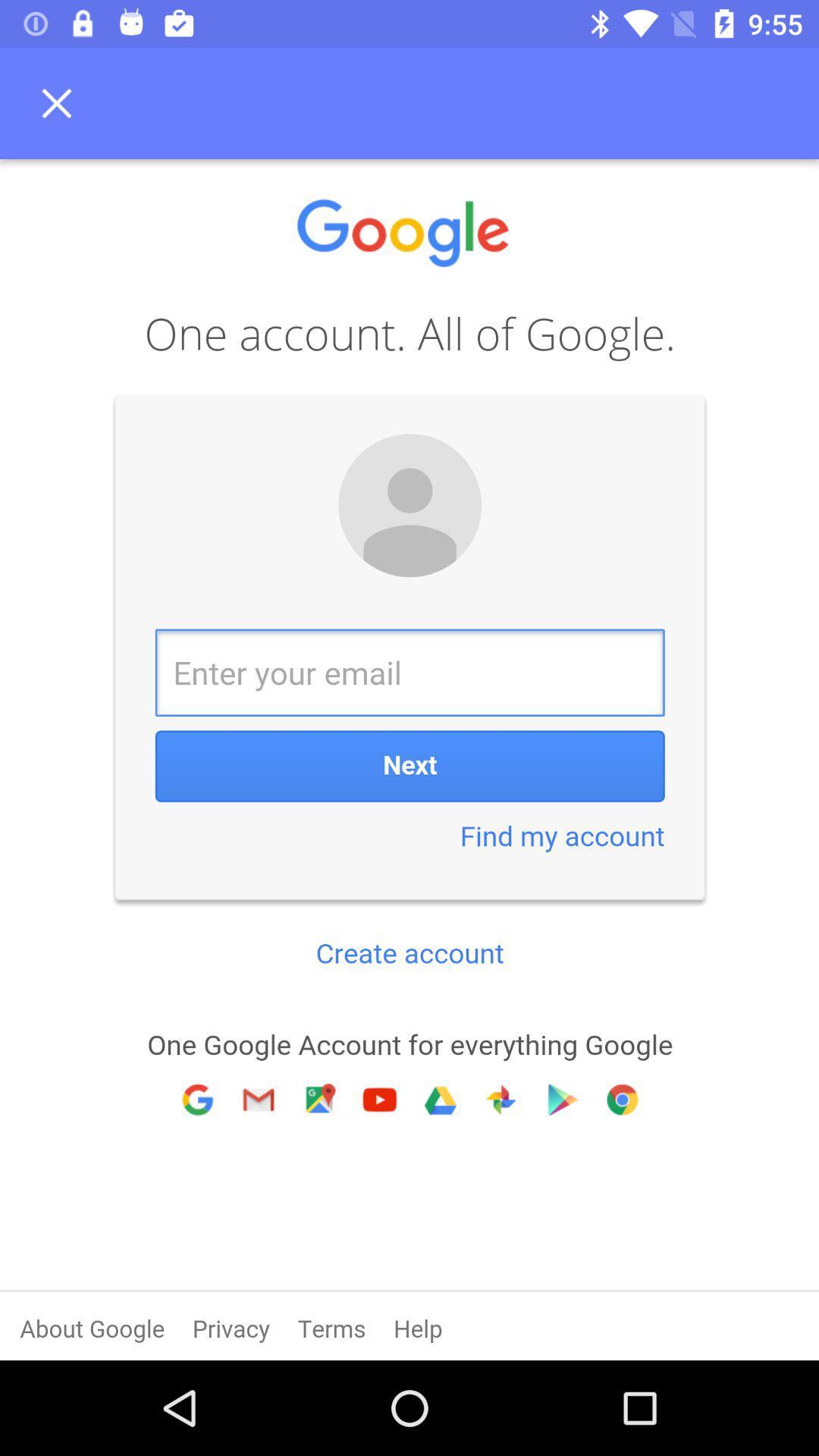 This screenshot has height=1456, width=819. I want to click on next, so click(409, 760).